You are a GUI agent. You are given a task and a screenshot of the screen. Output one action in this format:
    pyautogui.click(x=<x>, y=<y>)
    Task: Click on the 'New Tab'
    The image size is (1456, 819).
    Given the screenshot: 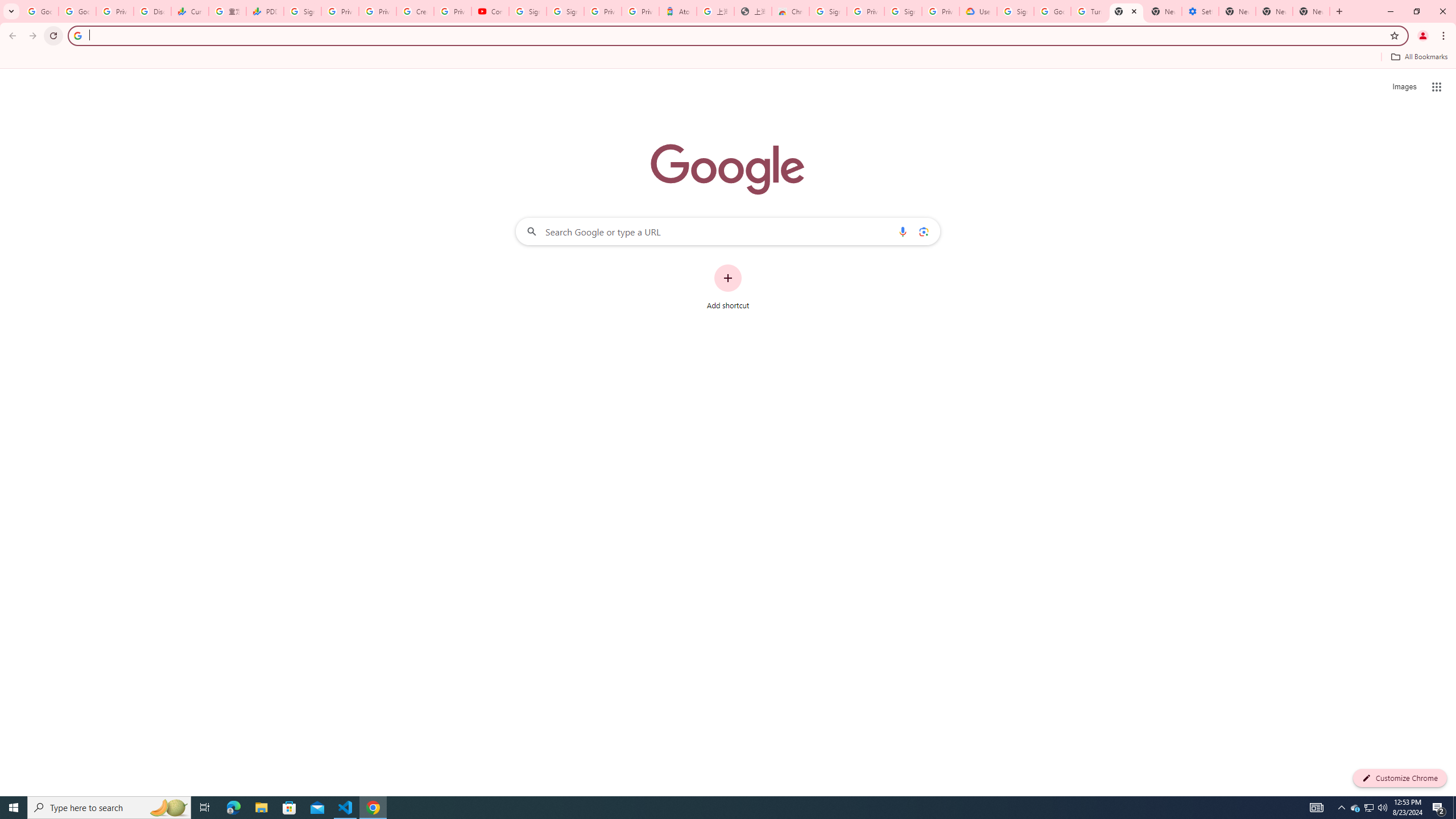 What is the action you would take?
    pyautogui.click(x=1310, y=11)
    